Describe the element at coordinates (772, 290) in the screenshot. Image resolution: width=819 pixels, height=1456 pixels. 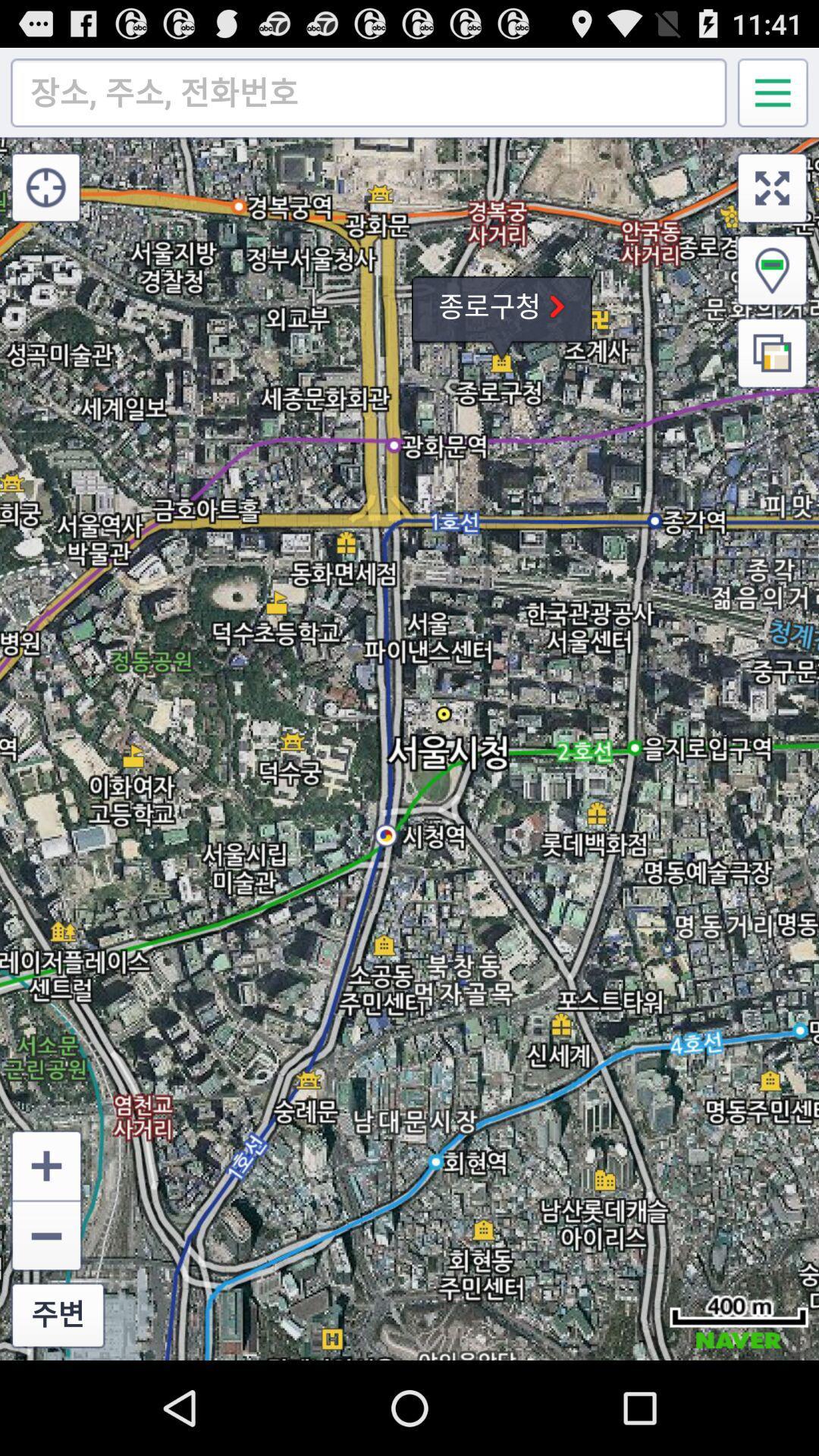
I see `the location icon` at that location.